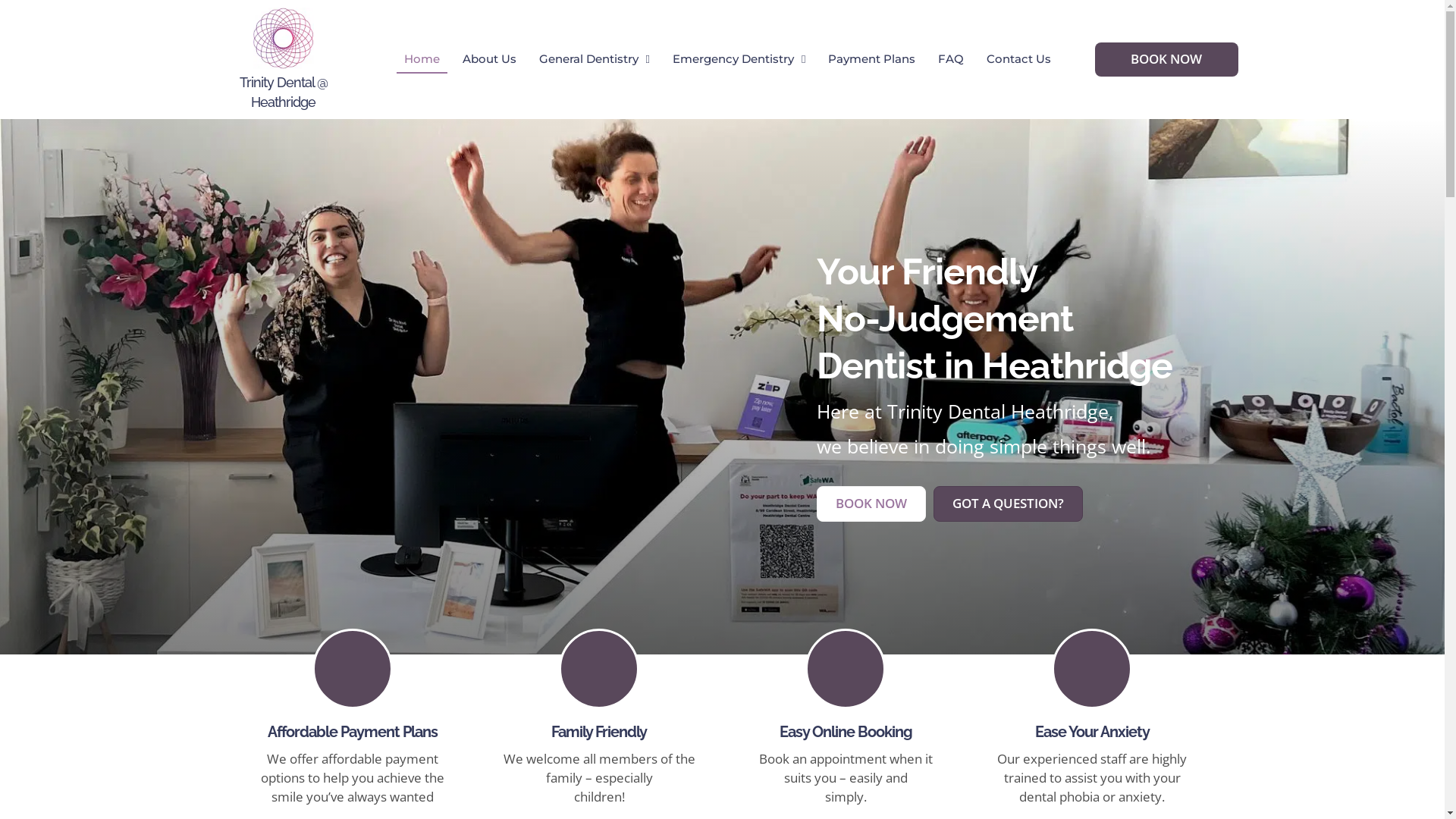 The height and width of the screenshot is (819, 1456). What do you see at coordinates (1007, 503) in the screenshot?
I see `'GOT A QUESTION?'` at bounding box center [1007, 503].